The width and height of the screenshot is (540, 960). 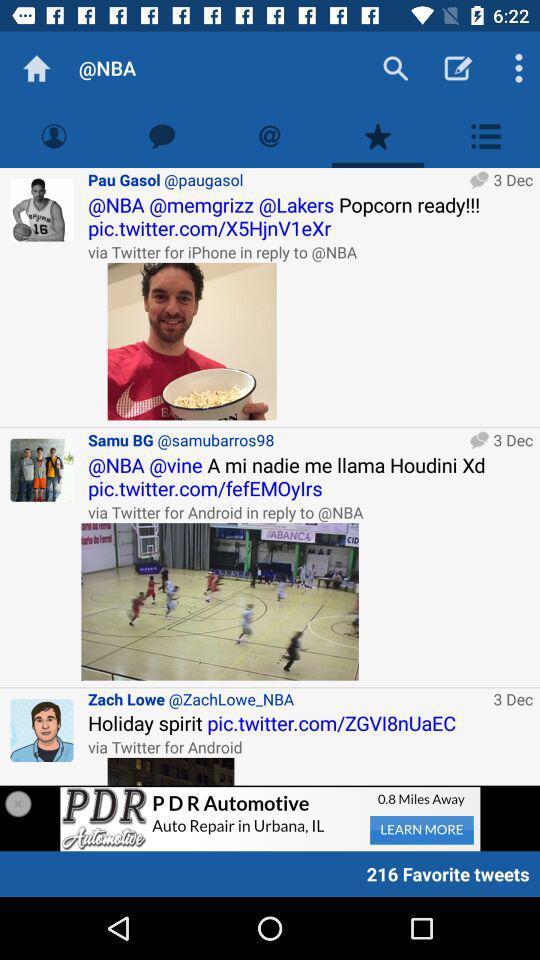 What do you see at coordinates (485, 135) in the screenshot?
I see `profile option menu` at bounding box center [485, 135].